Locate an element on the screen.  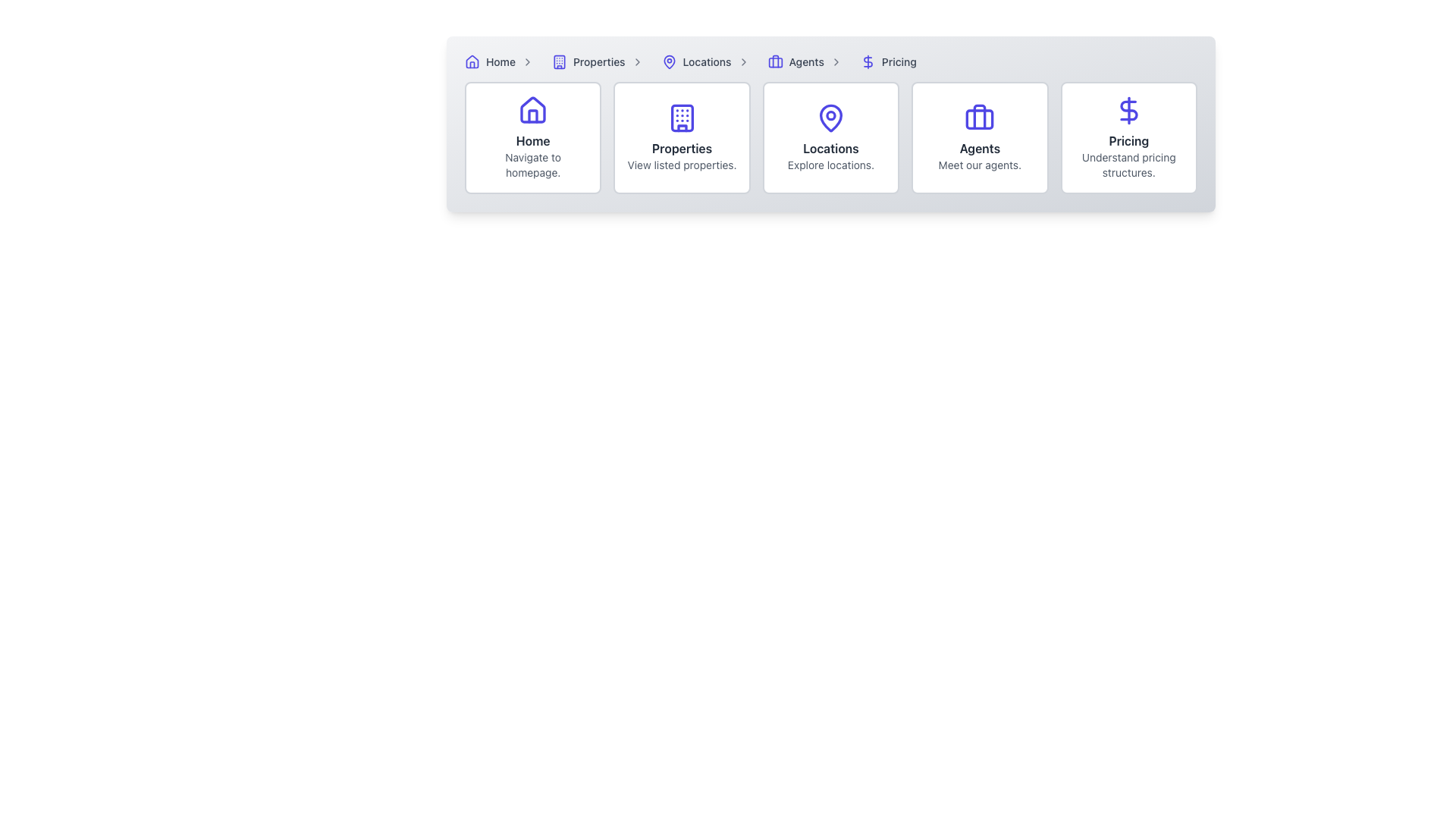
the 'Home' text label in the breadcrumb navigation bar to change its color is located at coordinates (500, 61).